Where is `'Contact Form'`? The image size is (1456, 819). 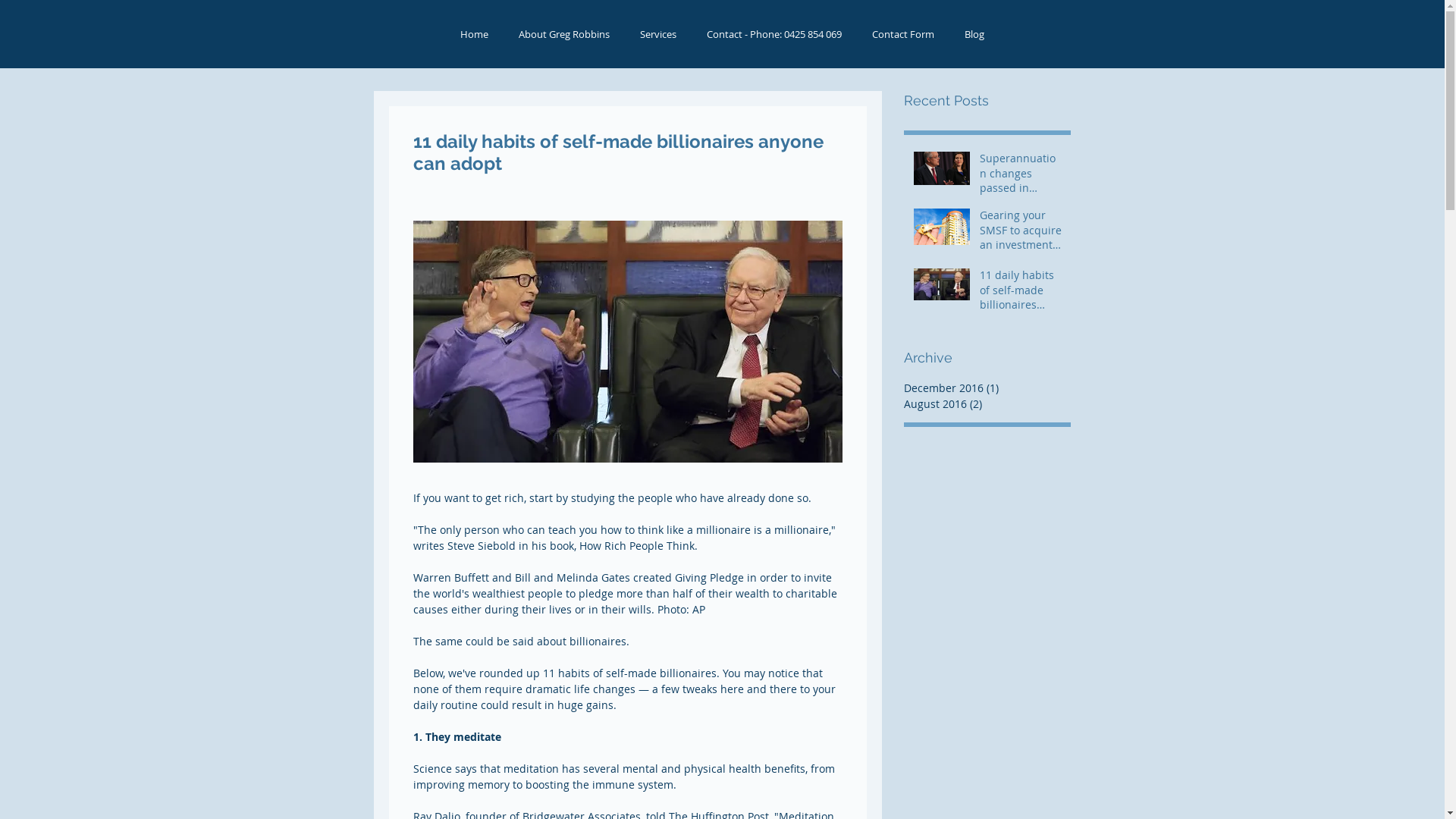
'Contact Form' is located at coordinates (902, 34).